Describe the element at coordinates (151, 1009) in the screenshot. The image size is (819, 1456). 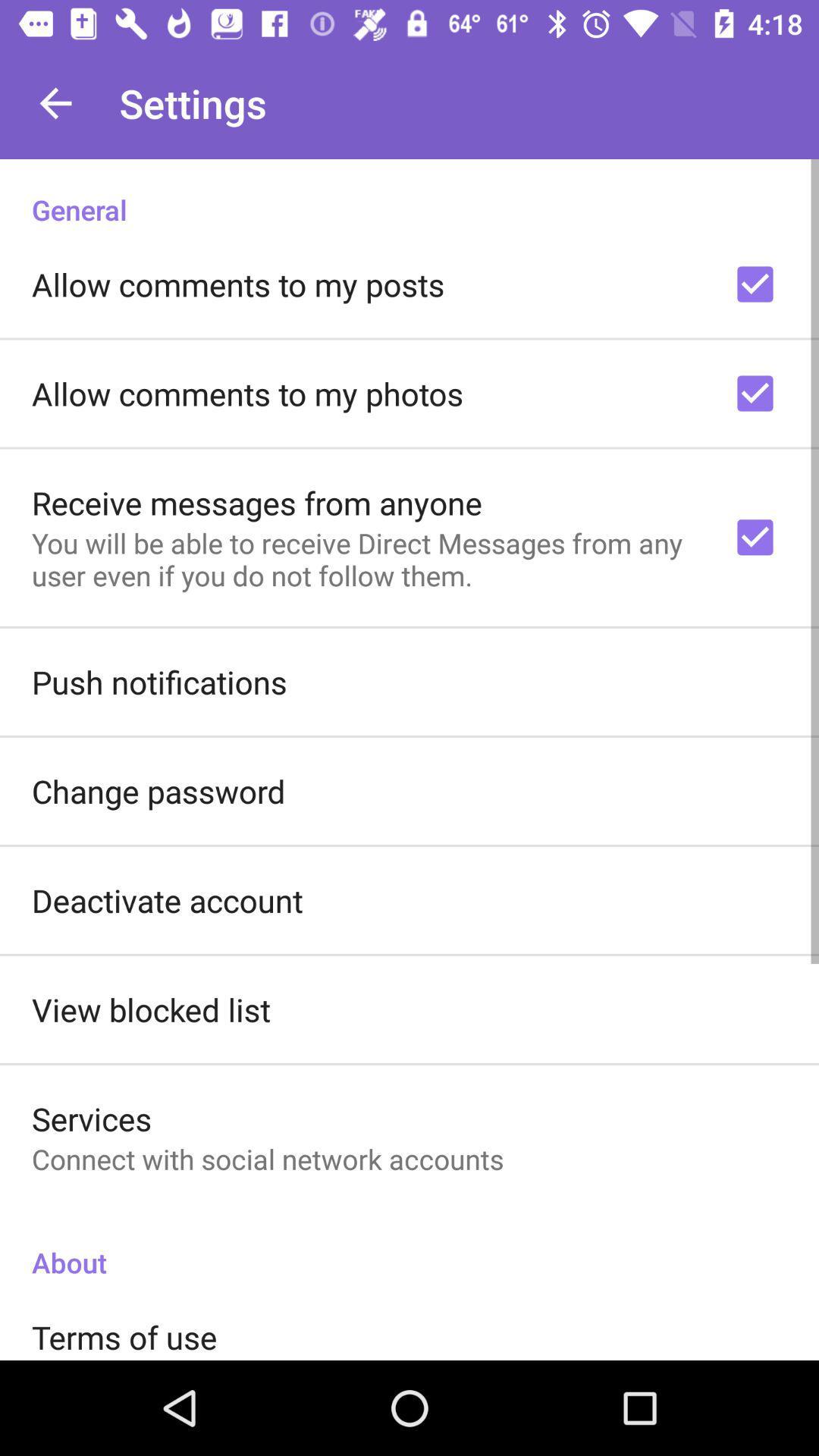
I see `item above the services item` at that location.